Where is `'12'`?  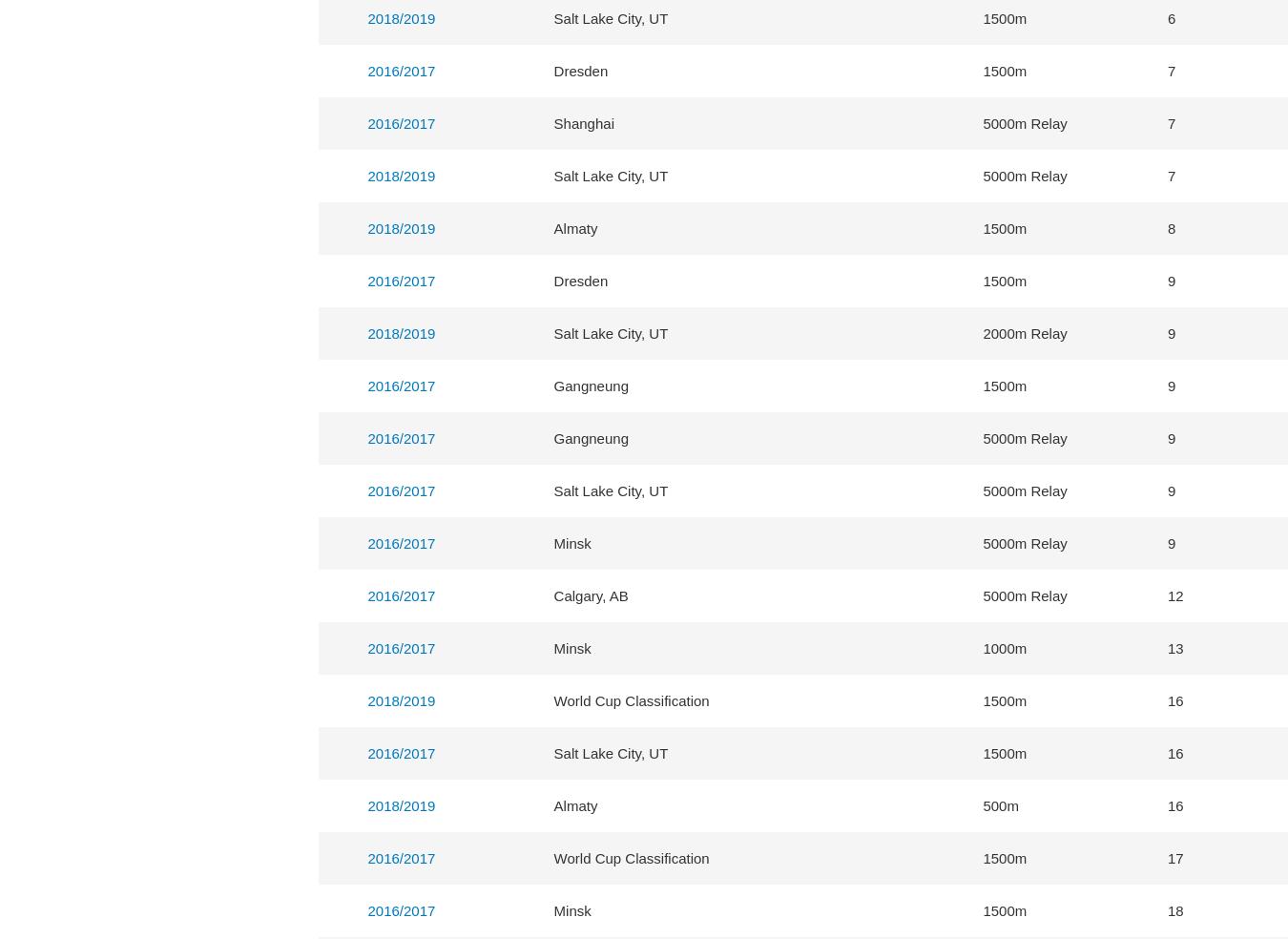
'12' is located at coordinates (1174, 595).